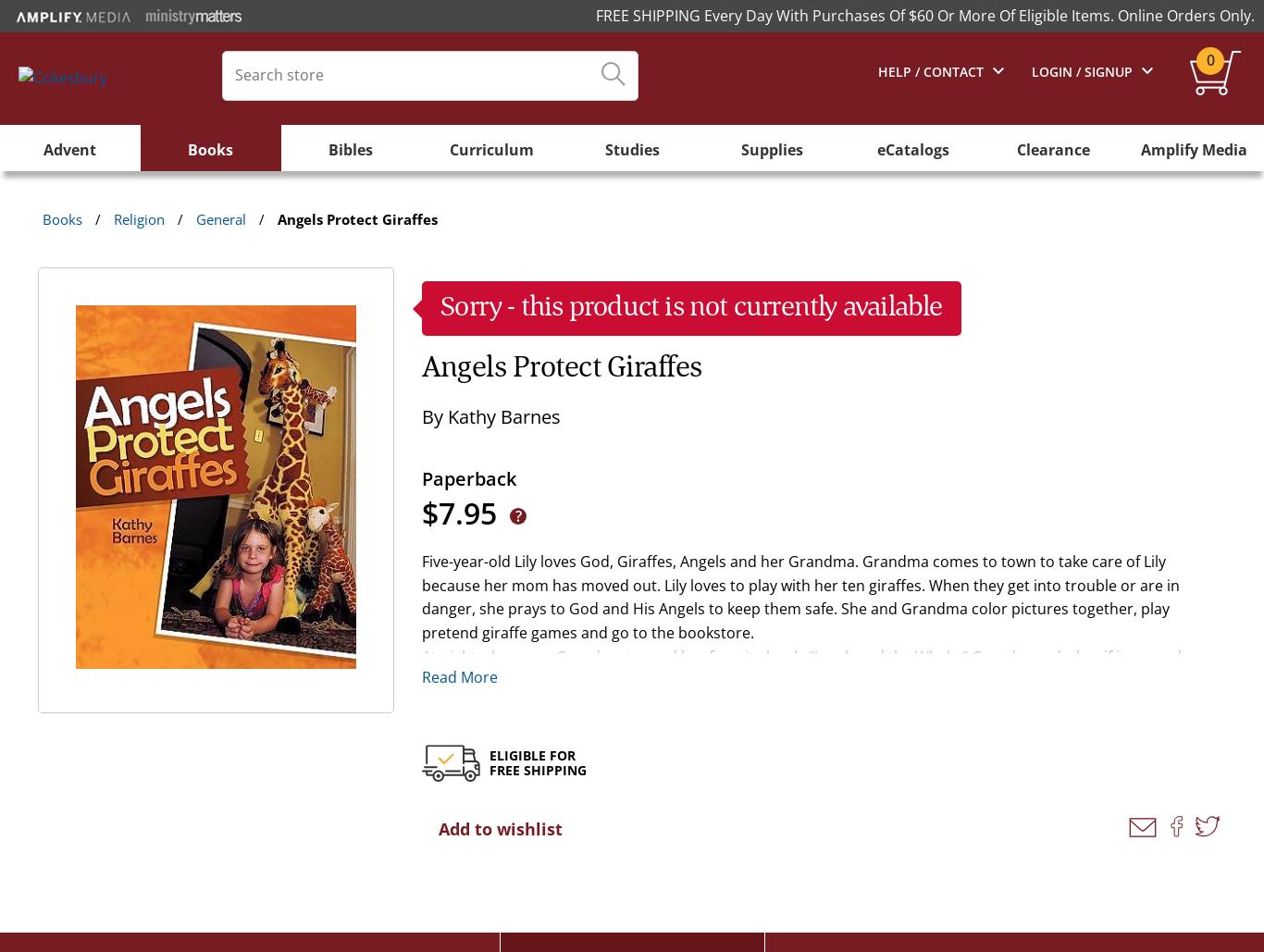 The height and width of the screenshot is (952, 1264). I want to click on '0', so click(1208, 60).